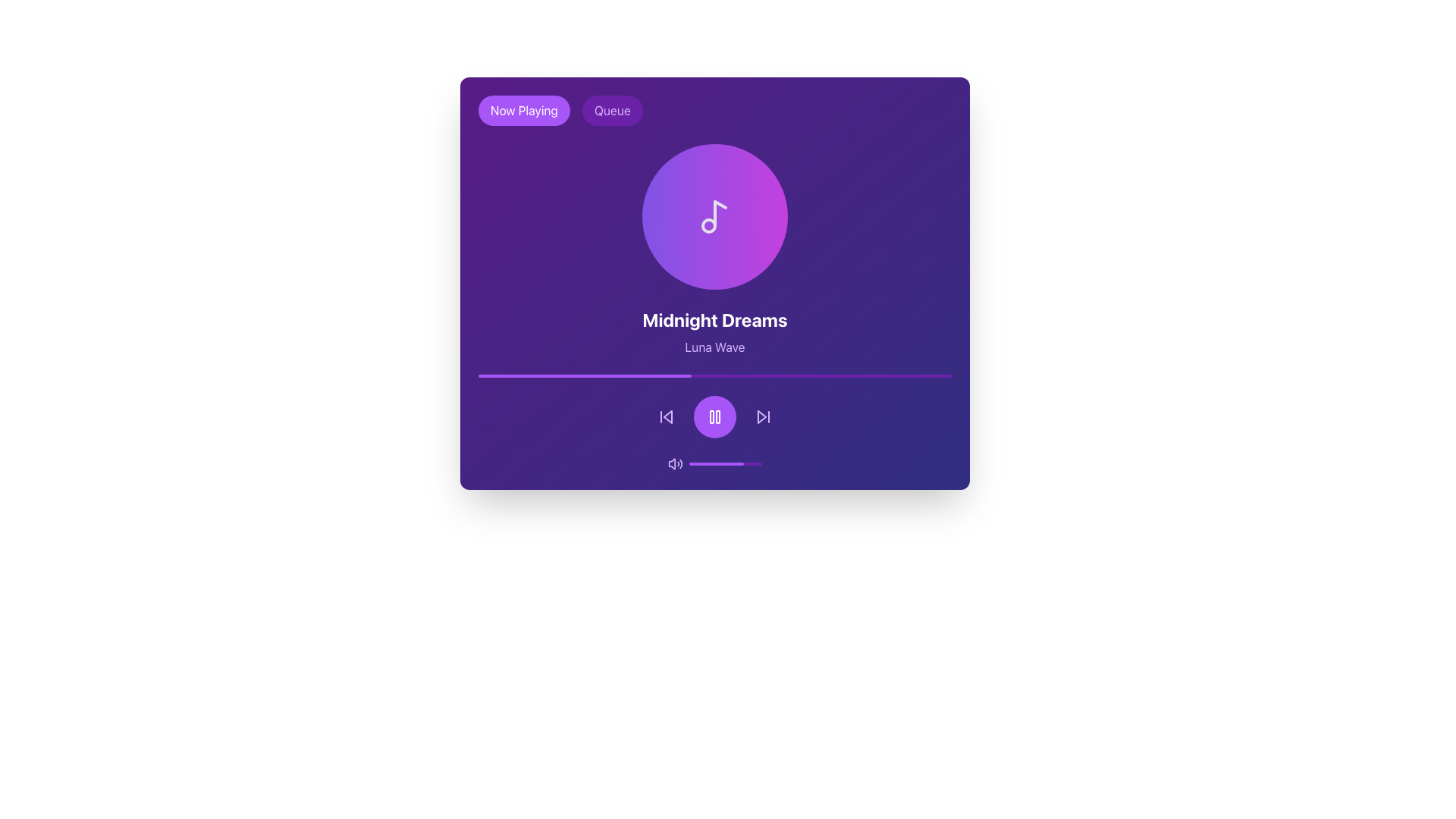 The width and height of the screenshot is (1456, 819). What do you see at coordinates (724, 463) in the screenshot?
I see `the horizontal progress bar styled with a purple background located in the volume adjustment section to adjust the volume` at bounding box center [724, 463].